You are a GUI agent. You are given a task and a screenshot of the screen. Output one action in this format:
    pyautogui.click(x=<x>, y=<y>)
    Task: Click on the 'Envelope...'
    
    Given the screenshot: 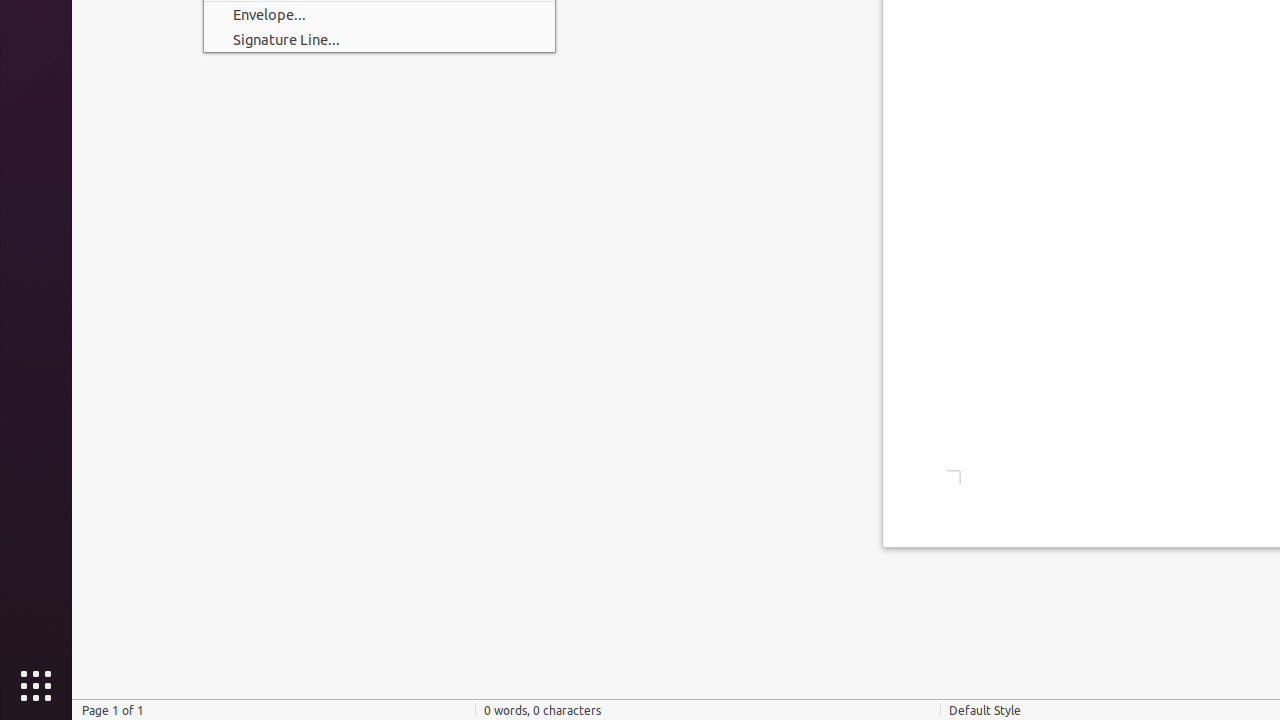 What is the action you would take?
    pyautogui.click(x=379, y=14)
    